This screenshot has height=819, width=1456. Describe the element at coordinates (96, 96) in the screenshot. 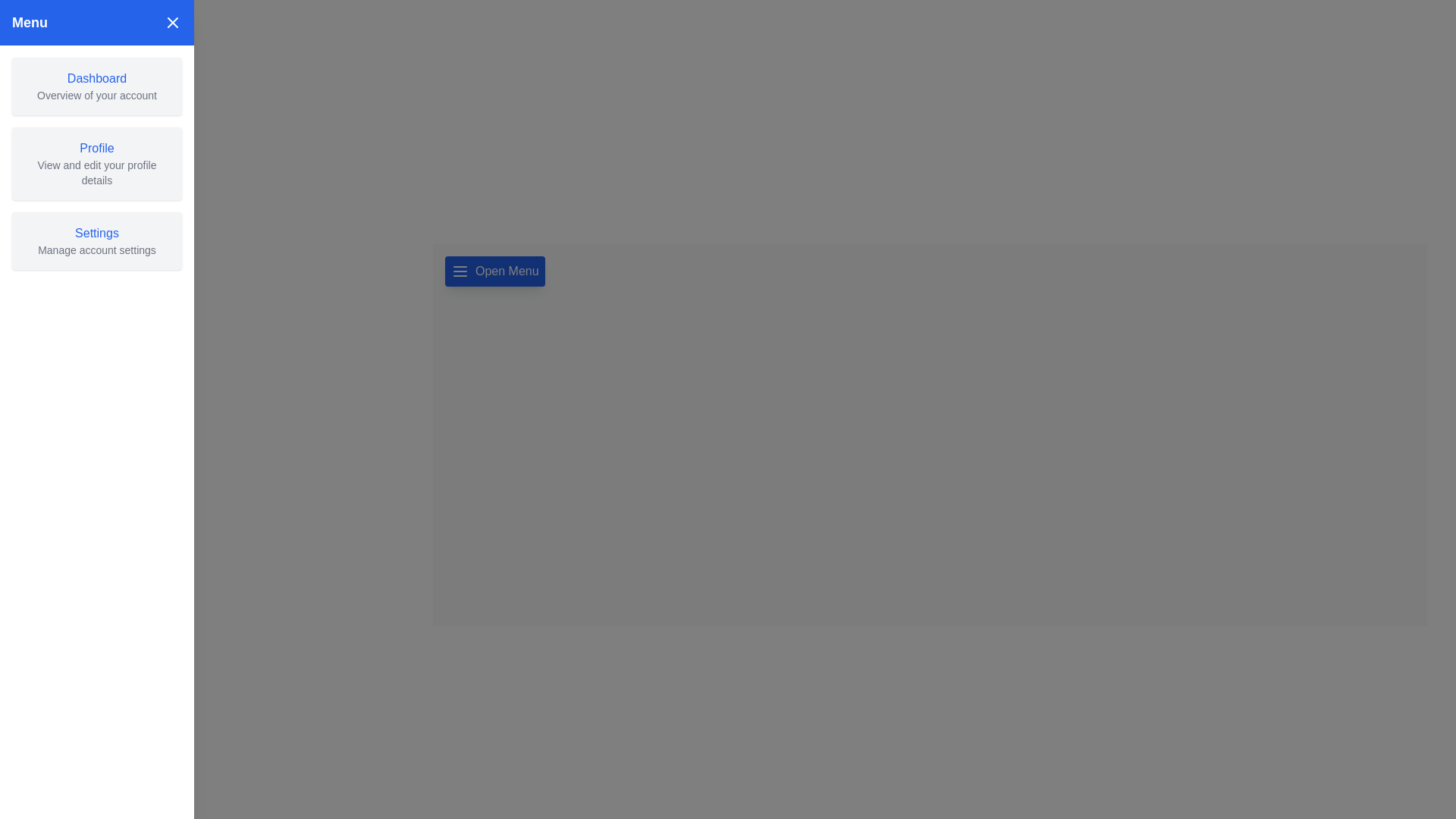

I see `the static text label displaying 'Overview of your account' in gray font, located below the 'Dashboard' item in the vertical navigation menu` at that location.